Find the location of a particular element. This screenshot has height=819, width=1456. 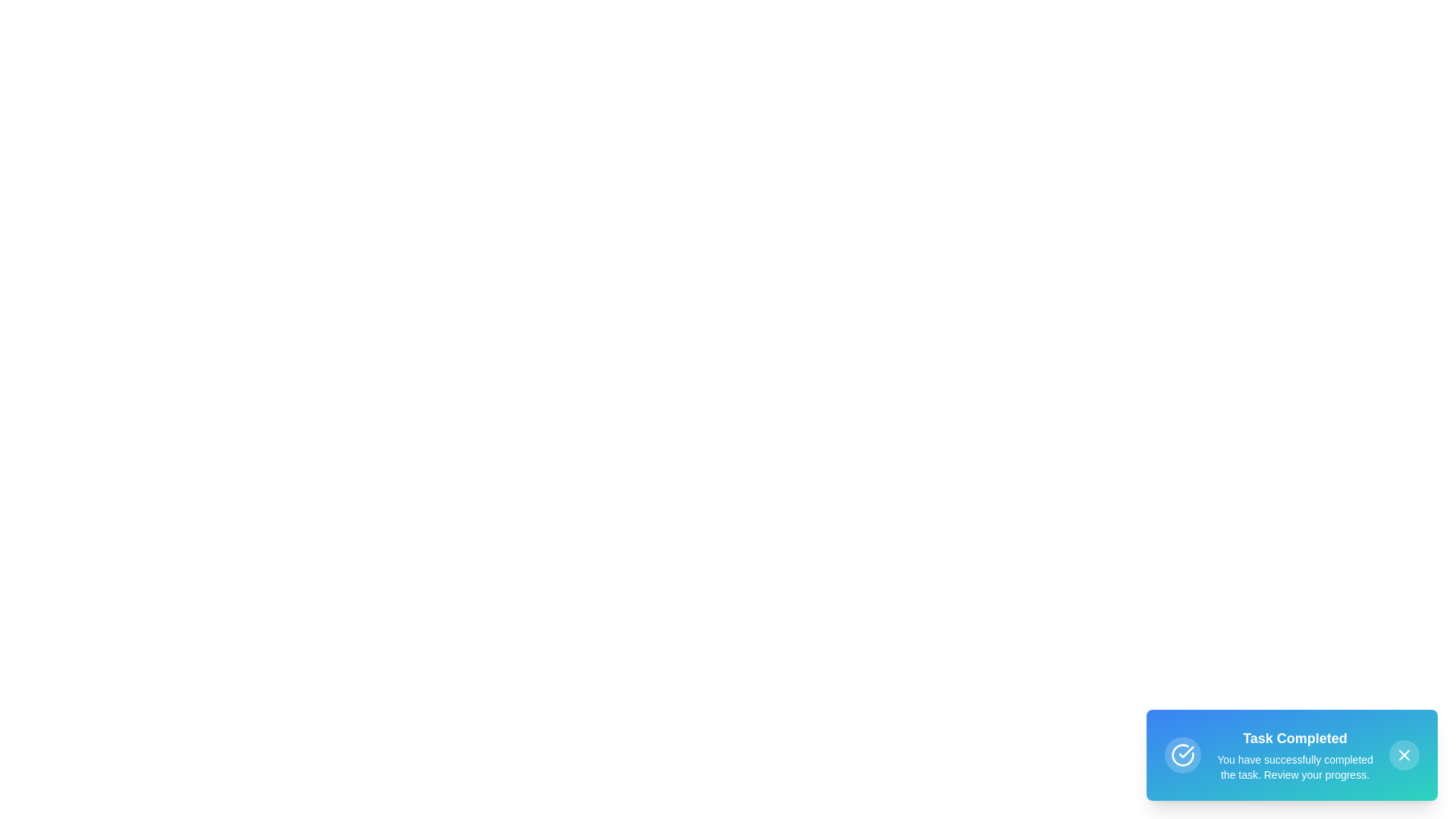

the circular button with a white 'X' icon at its center is located at coordinates (1404, 755).